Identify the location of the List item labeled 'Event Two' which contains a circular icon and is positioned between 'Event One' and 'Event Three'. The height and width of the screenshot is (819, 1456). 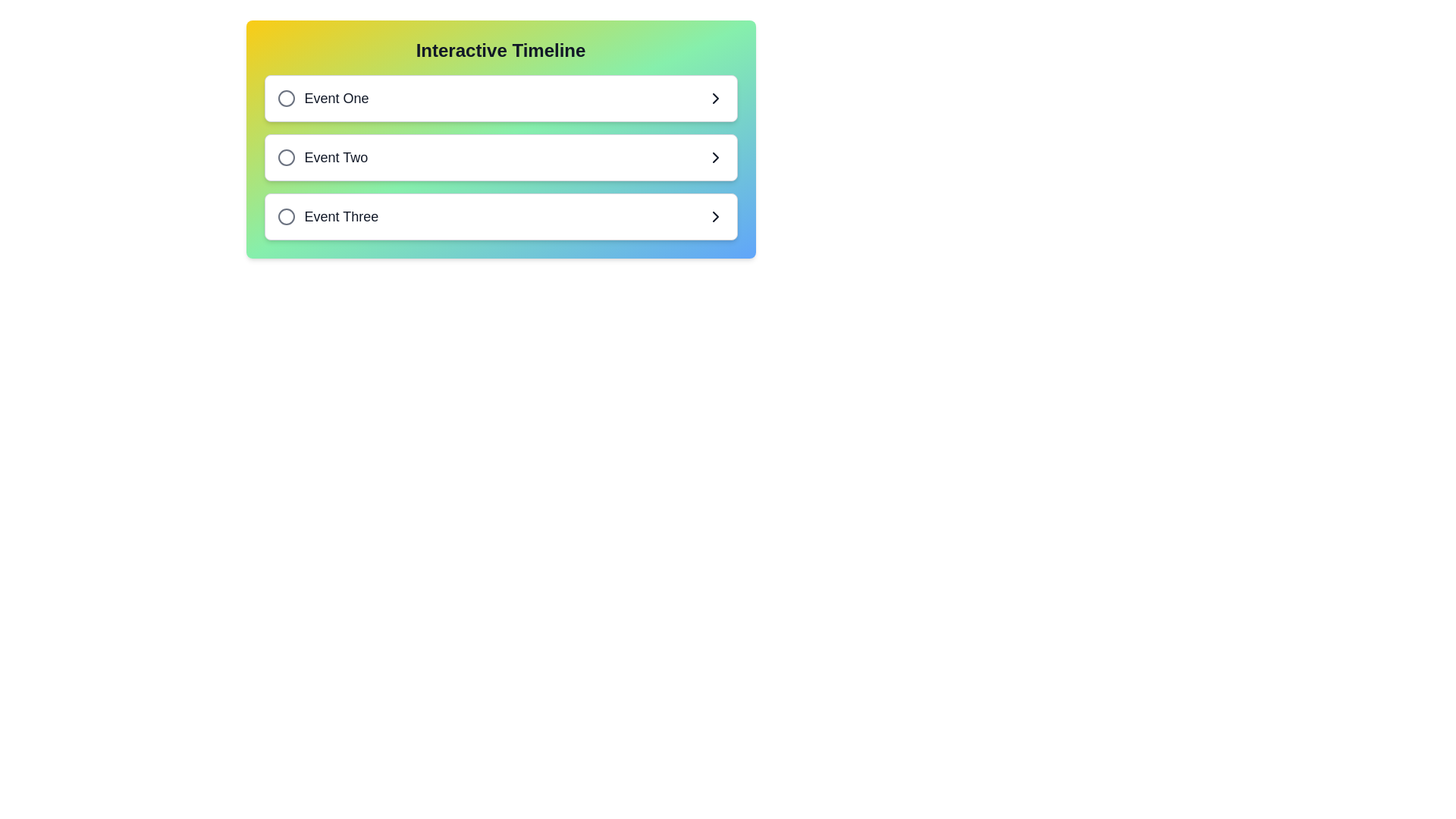
(322, 158).